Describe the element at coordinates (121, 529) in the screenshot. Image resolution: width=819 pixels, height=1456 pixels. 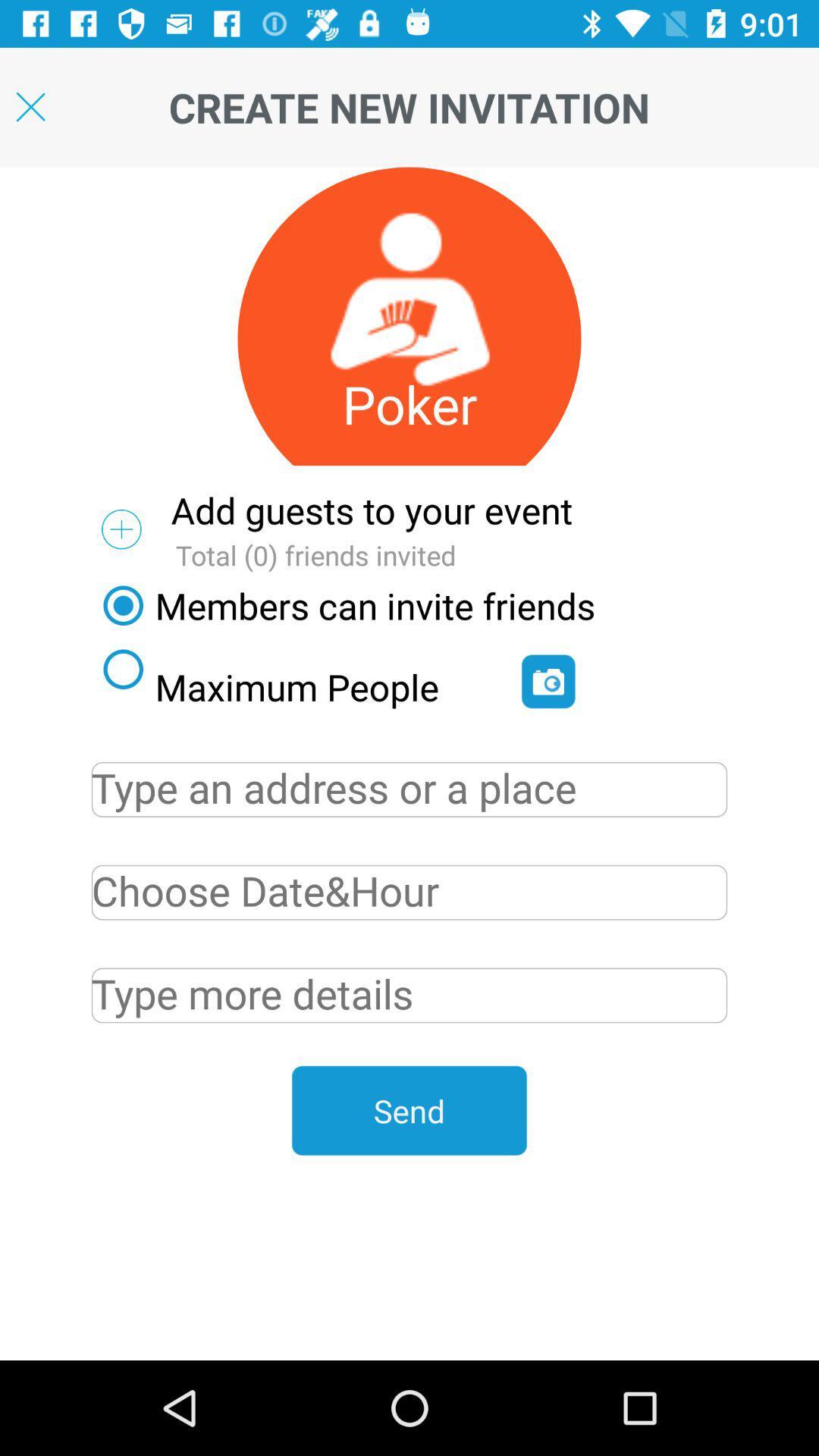
I see `the add icon` at that location.